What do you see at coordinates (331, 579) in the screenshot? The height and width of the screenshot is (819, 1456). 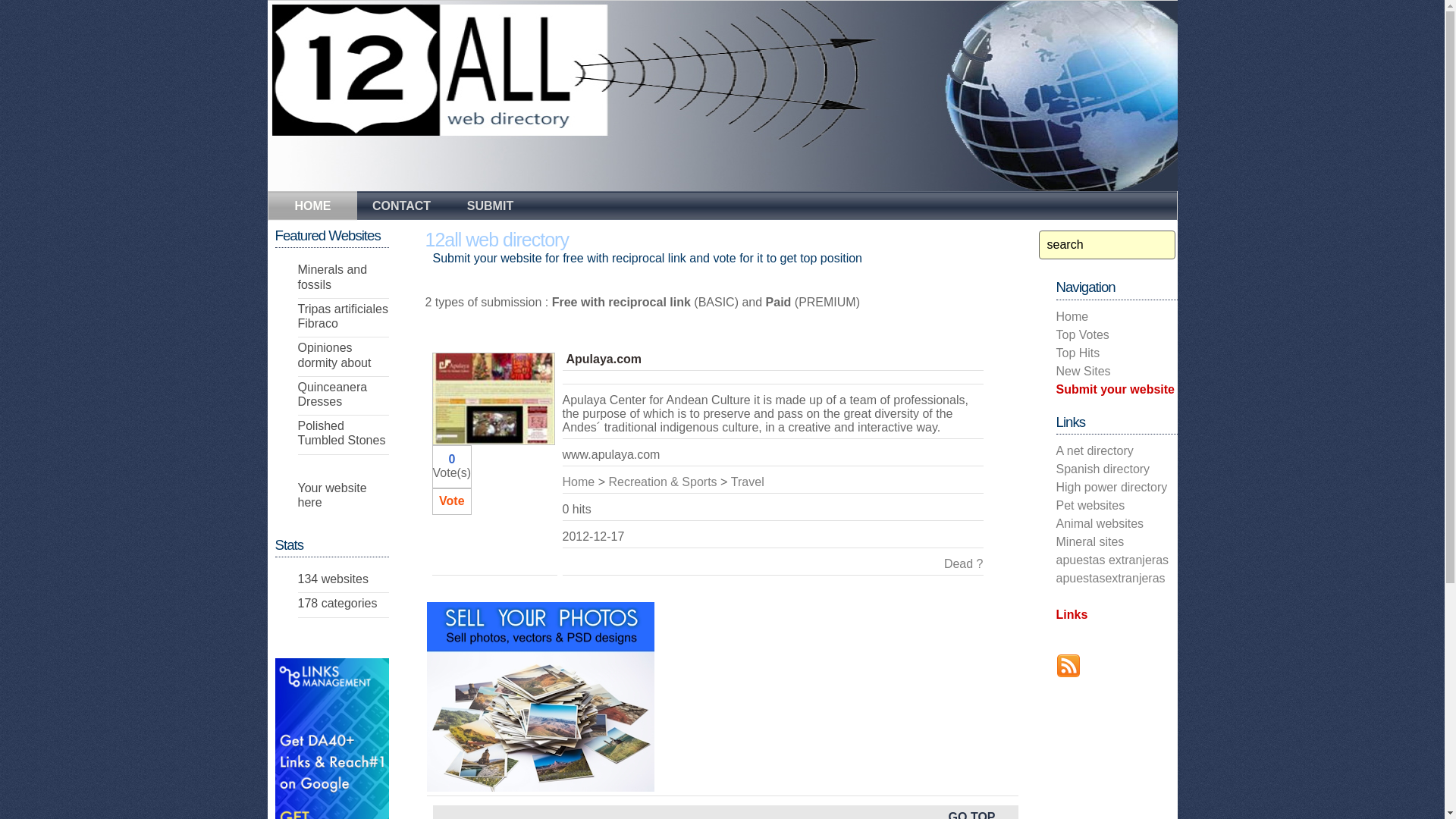 I see `'134 websites'` at bounding box center [331, 579].